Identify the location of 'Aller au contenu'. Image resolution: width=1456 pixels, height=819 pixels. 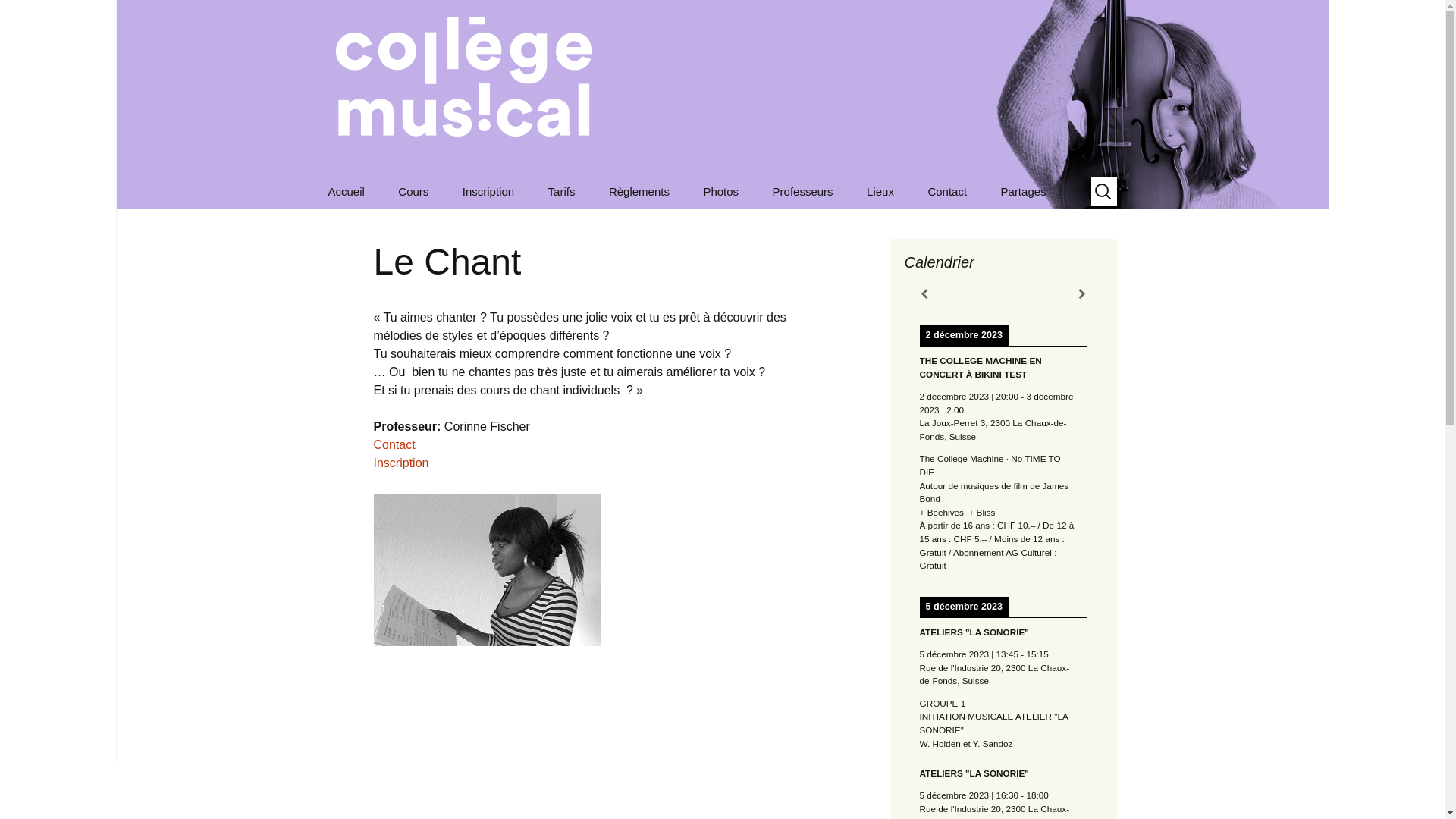
(312, 173).